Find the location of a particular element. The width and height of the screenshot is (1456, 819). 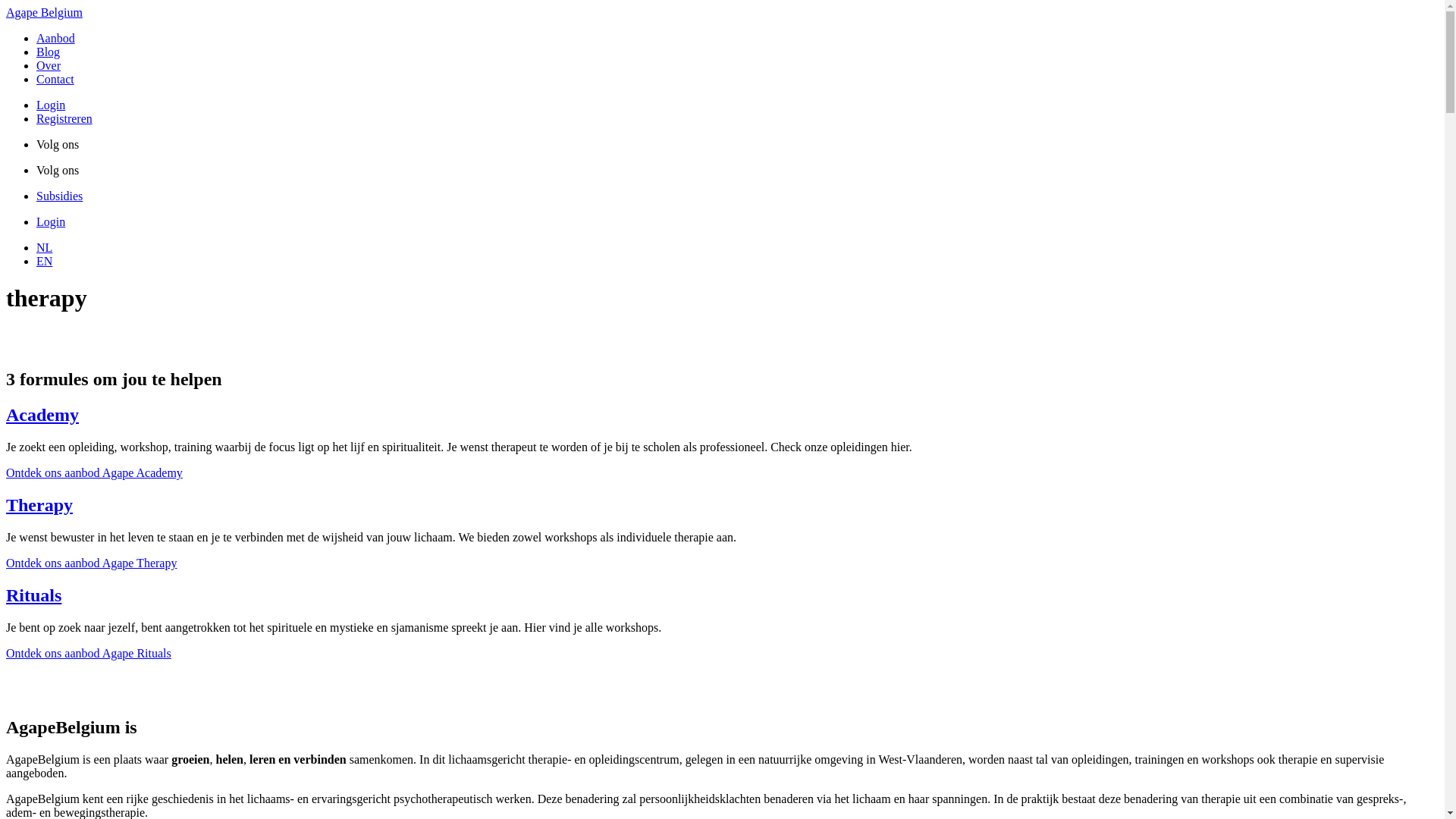

'Over' is located at coordinates (48, 64).